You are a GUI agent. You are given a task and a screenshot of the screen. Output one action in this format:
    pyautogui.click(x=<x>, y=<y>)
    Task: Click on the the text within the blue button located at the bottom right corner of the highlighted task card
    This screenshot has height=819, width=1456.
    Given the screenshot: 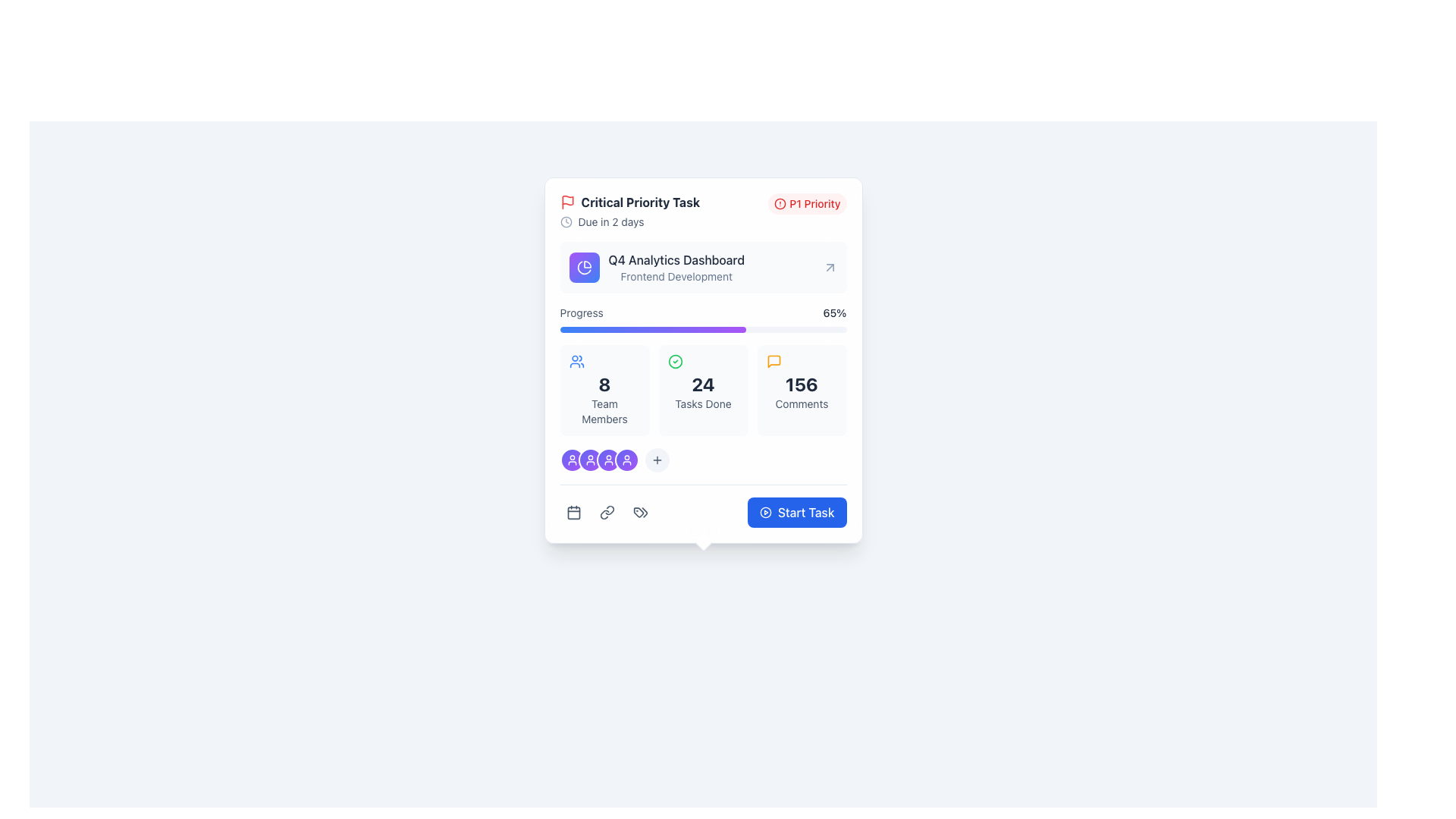 What is the action you would take?
    pyautogui.click(x=805, y=512)
    